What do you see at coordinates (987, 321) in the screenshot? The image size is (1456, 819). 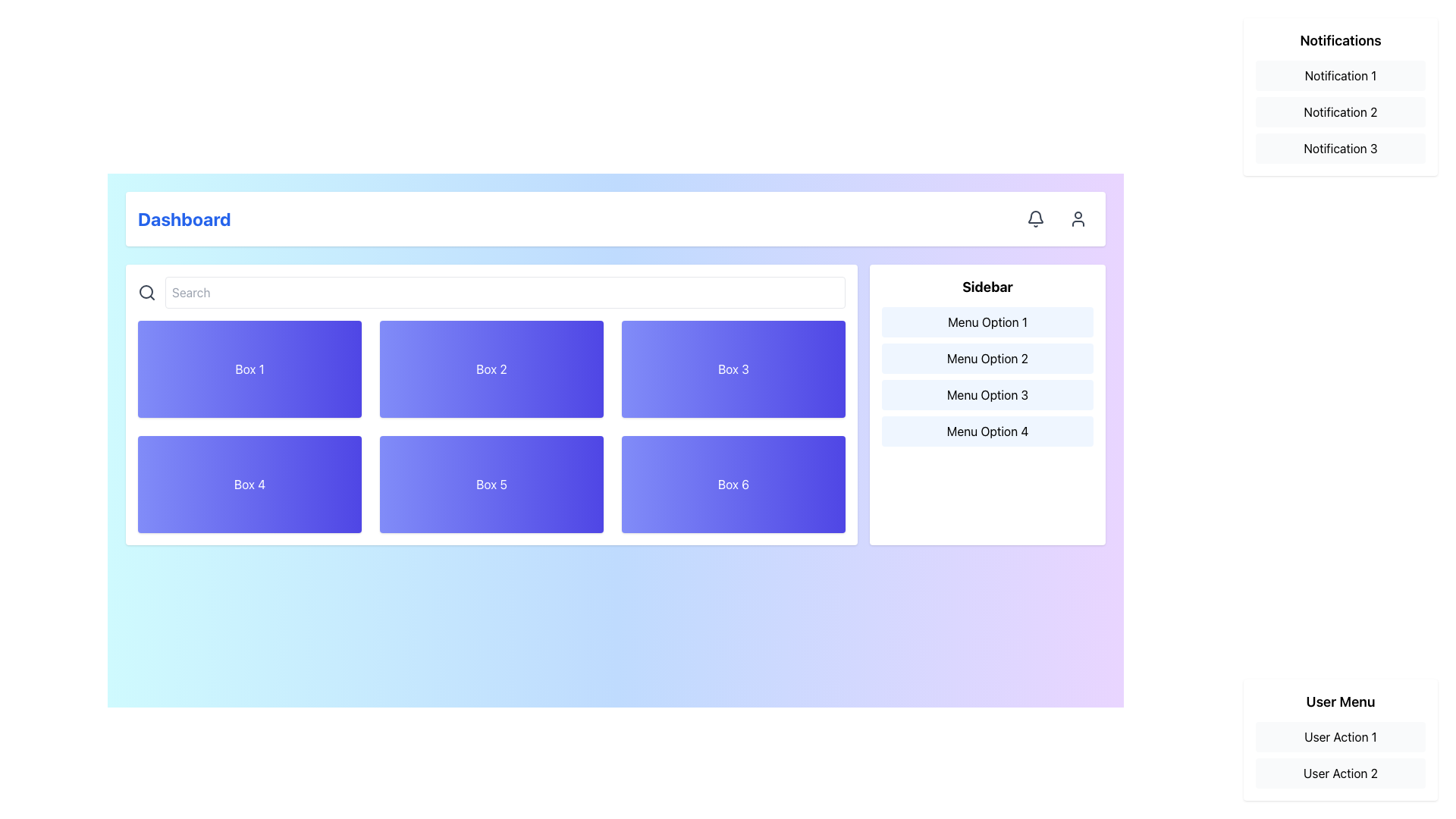 I see `the Menu Button located at the top of the sidebar list to change its background color` at bounding box center [987, 321].